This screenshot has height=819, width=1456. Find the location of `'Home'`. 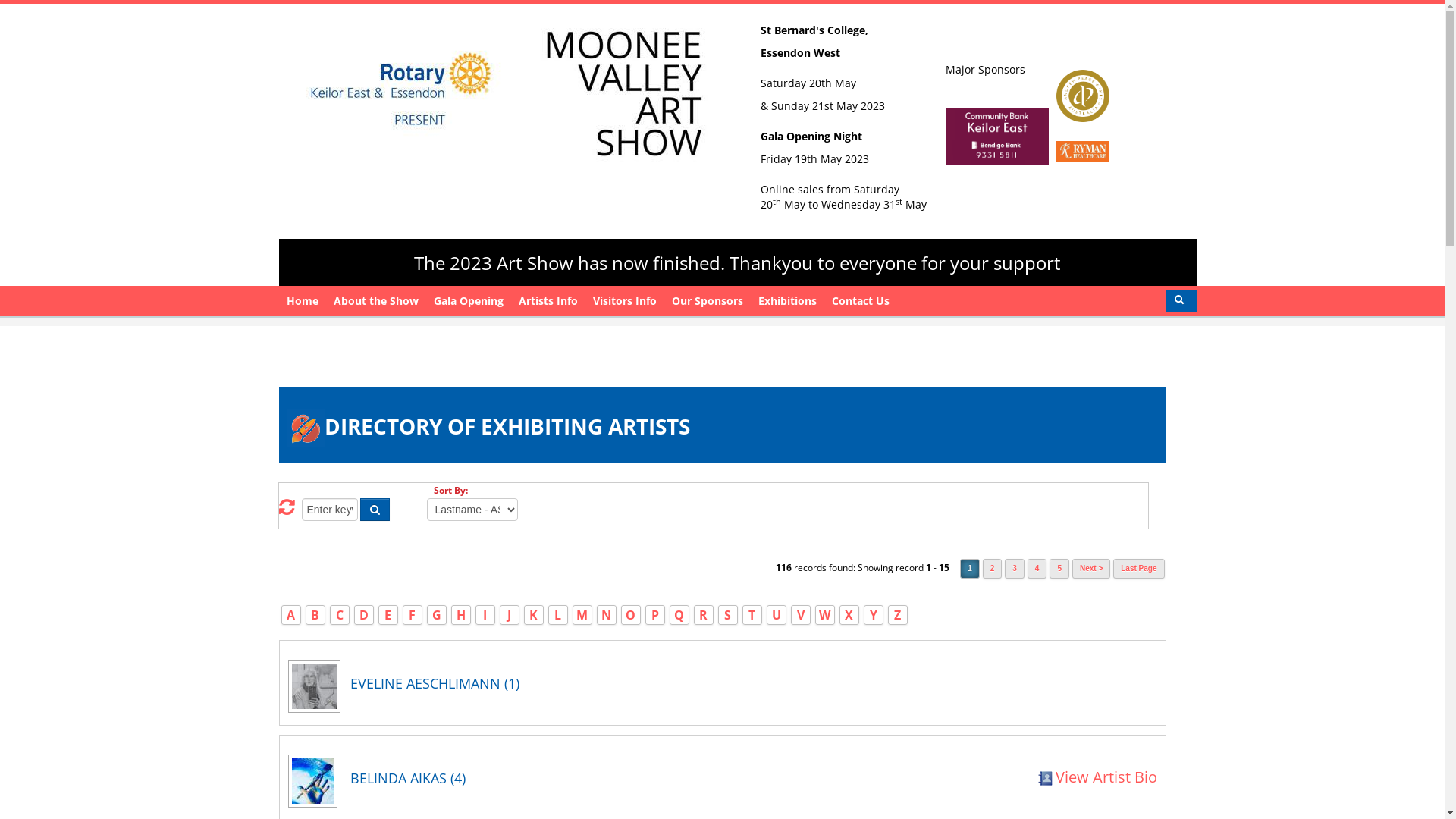

'Home' is located at coordinates (302, 301).